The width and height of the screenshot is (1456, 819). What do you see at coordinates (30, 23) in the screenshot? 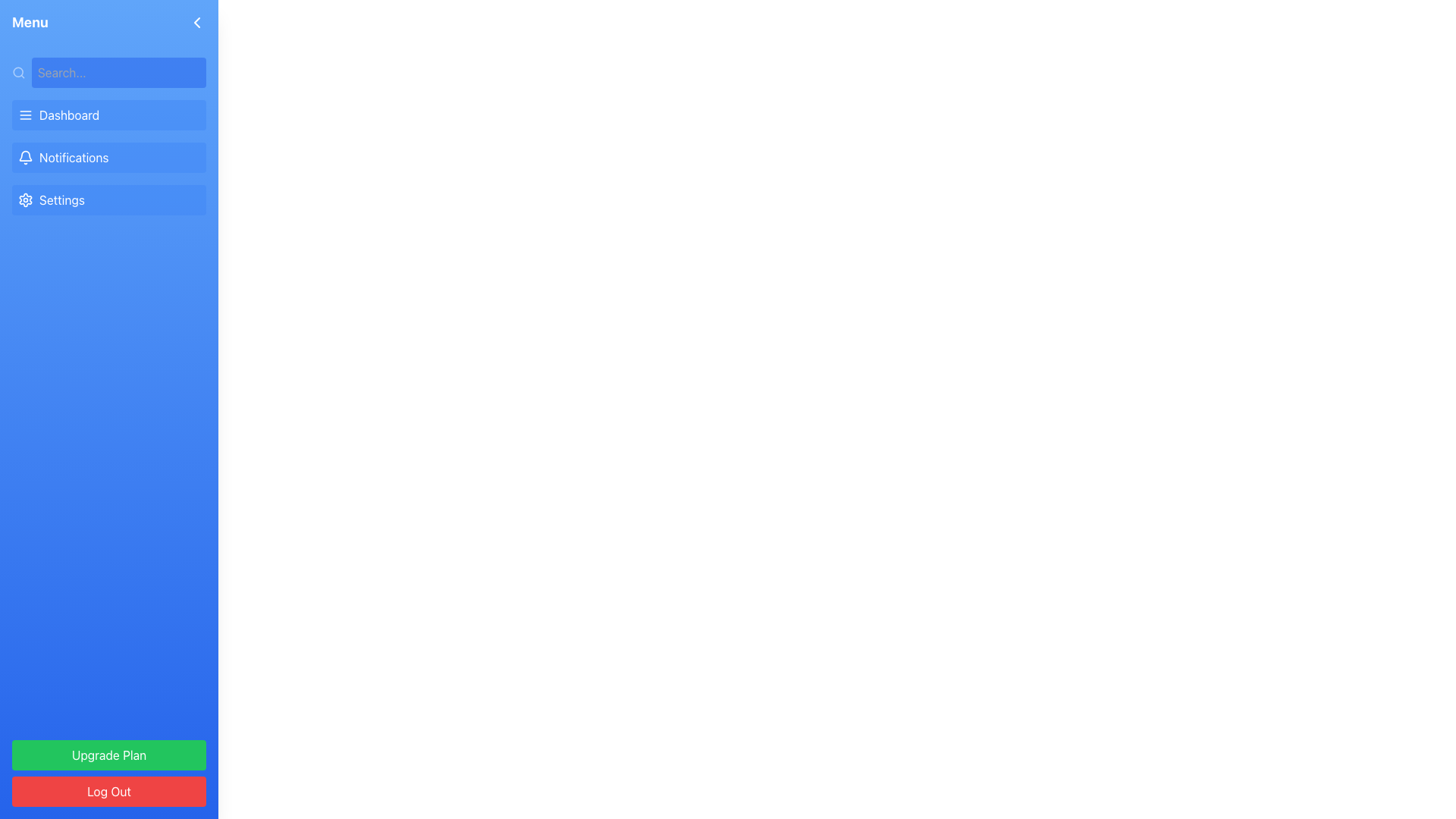
I see `the bold 'Menu' text label displayed in large white font against a blue gradient background, located near the top-left corner of the interface` at bounding box center [30, 23].